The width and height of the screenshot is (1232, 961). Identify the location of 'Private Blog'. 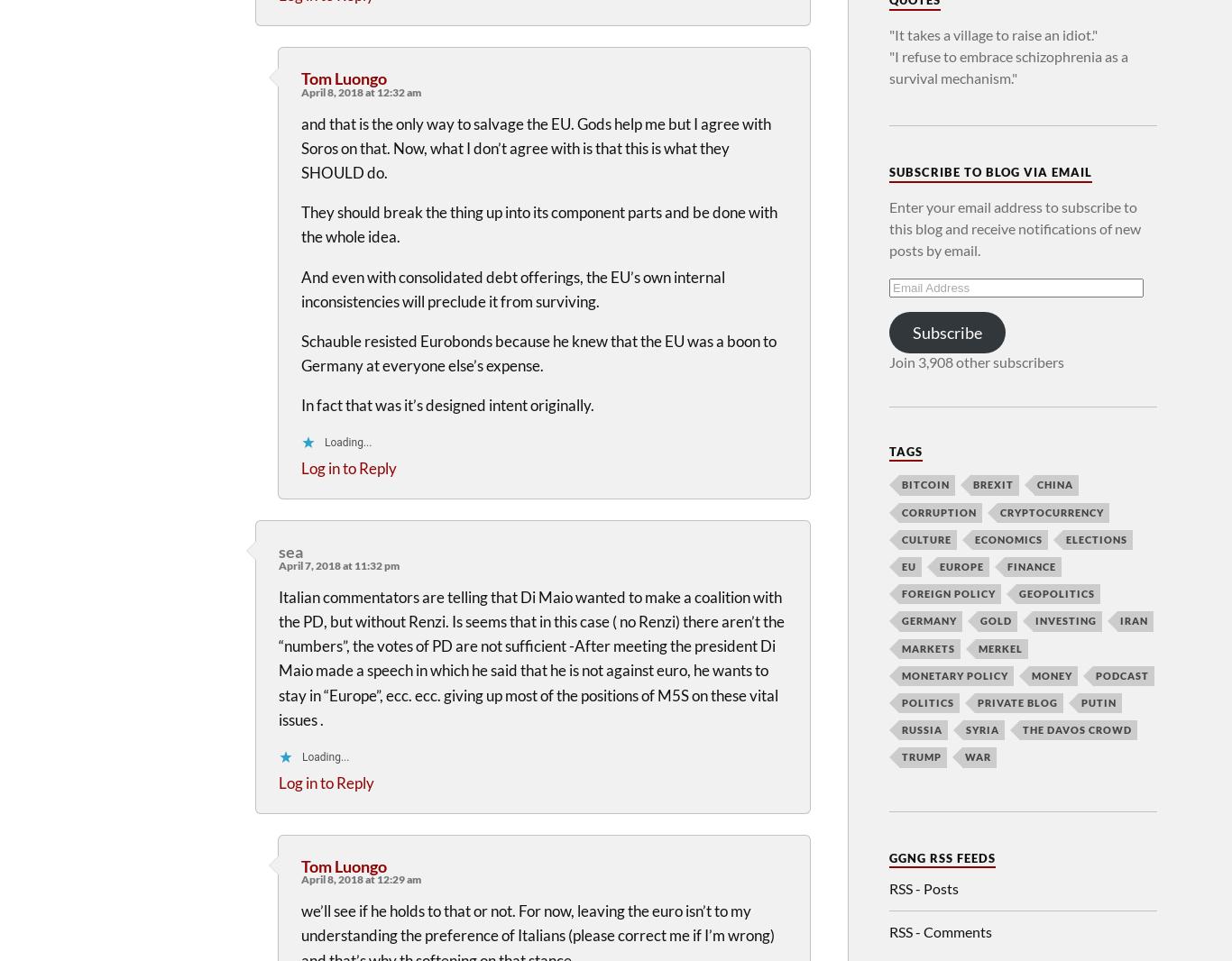
(1016, 701).